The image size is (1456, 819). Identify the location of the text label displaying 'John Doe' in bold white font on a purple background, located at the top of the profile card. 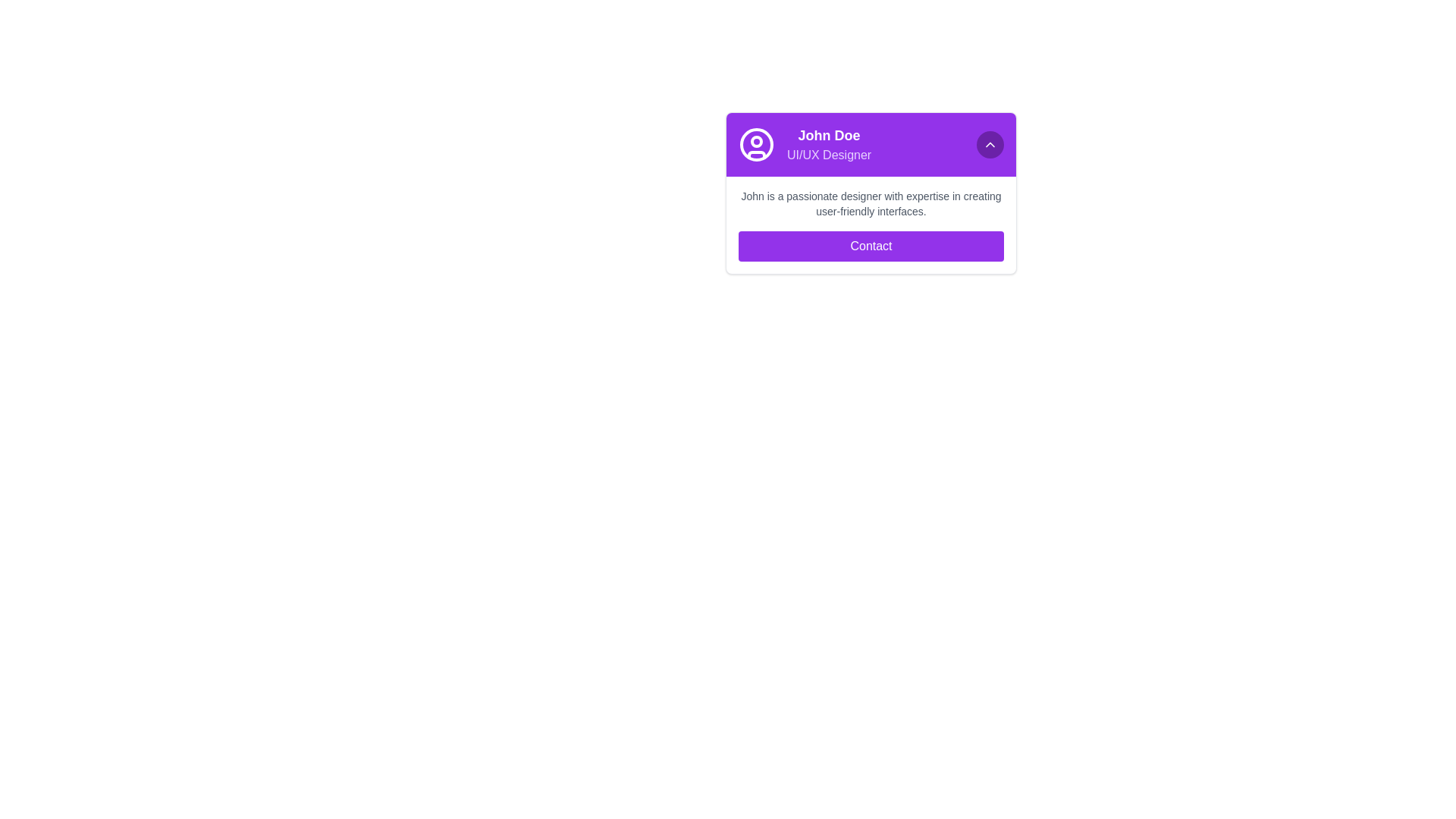
(828, 134).